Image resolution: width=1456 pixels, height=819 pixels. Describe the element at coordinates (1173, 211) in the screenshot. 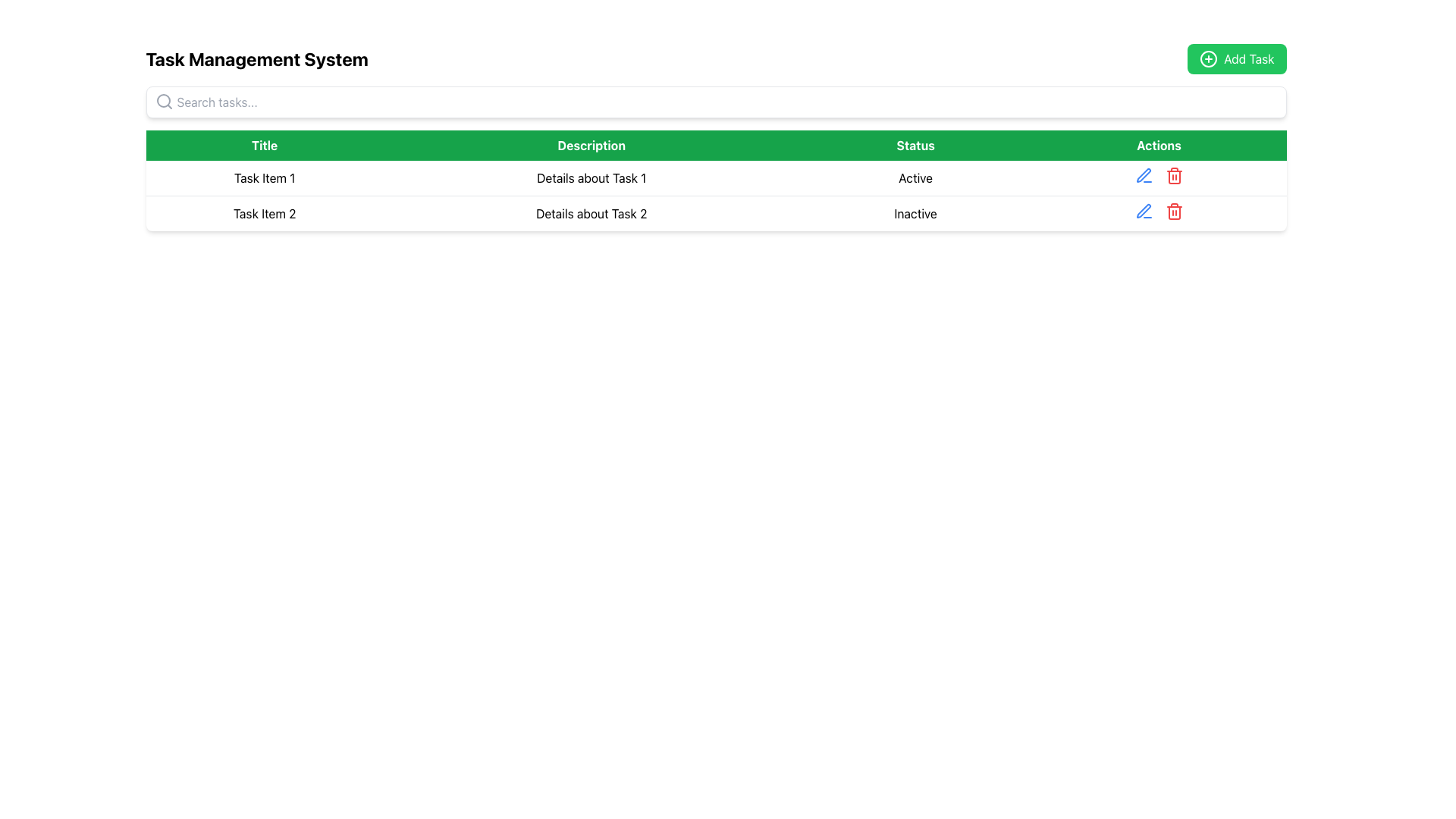

I see `the 'Delete' button with an icon located` at that location.